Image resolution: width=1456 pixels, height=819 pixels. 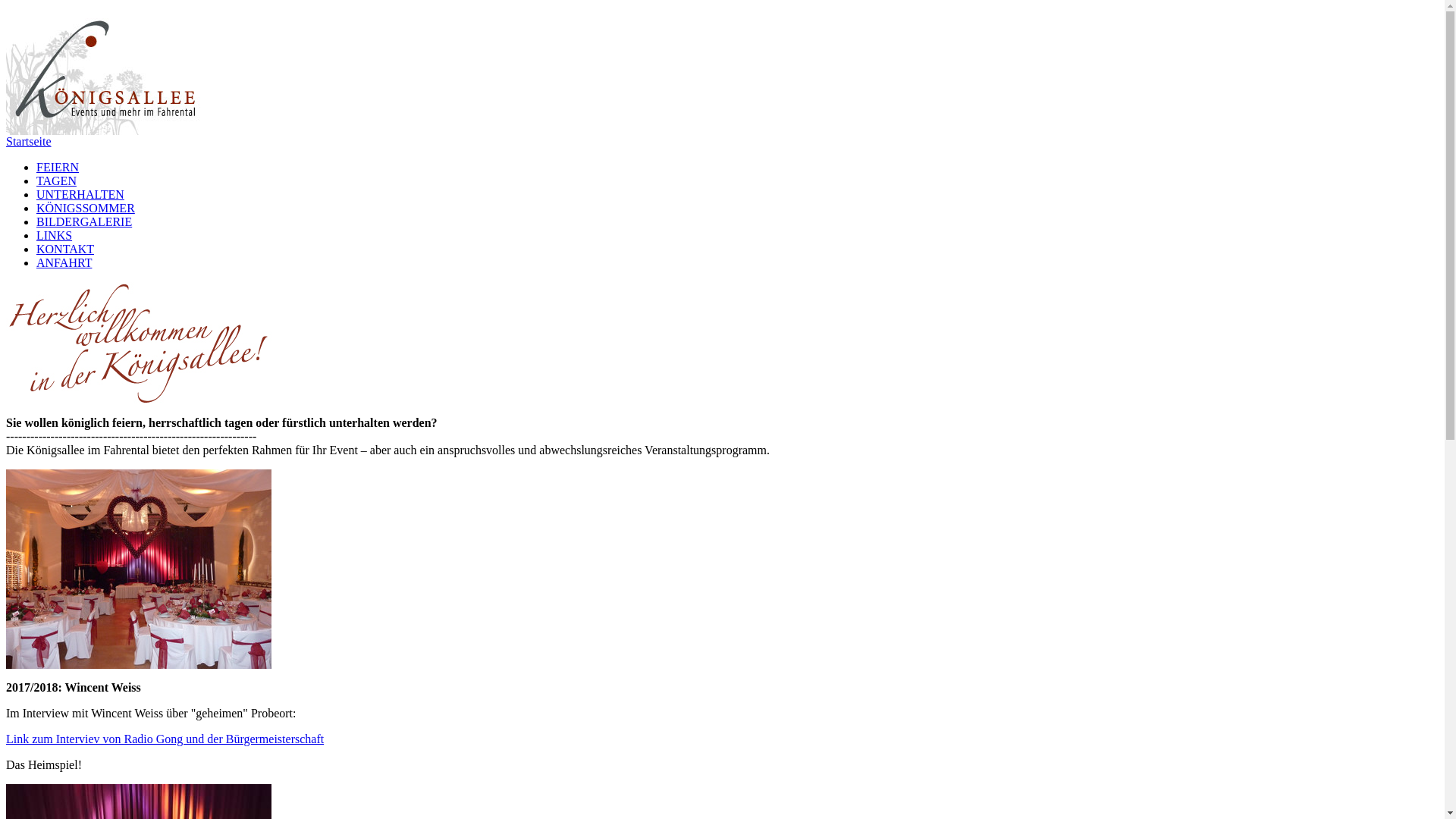 What do you see at coordinates (83, 221) in the screenshot?
I see `'BILDERGALERIE'` at bounding box center [83, 221].